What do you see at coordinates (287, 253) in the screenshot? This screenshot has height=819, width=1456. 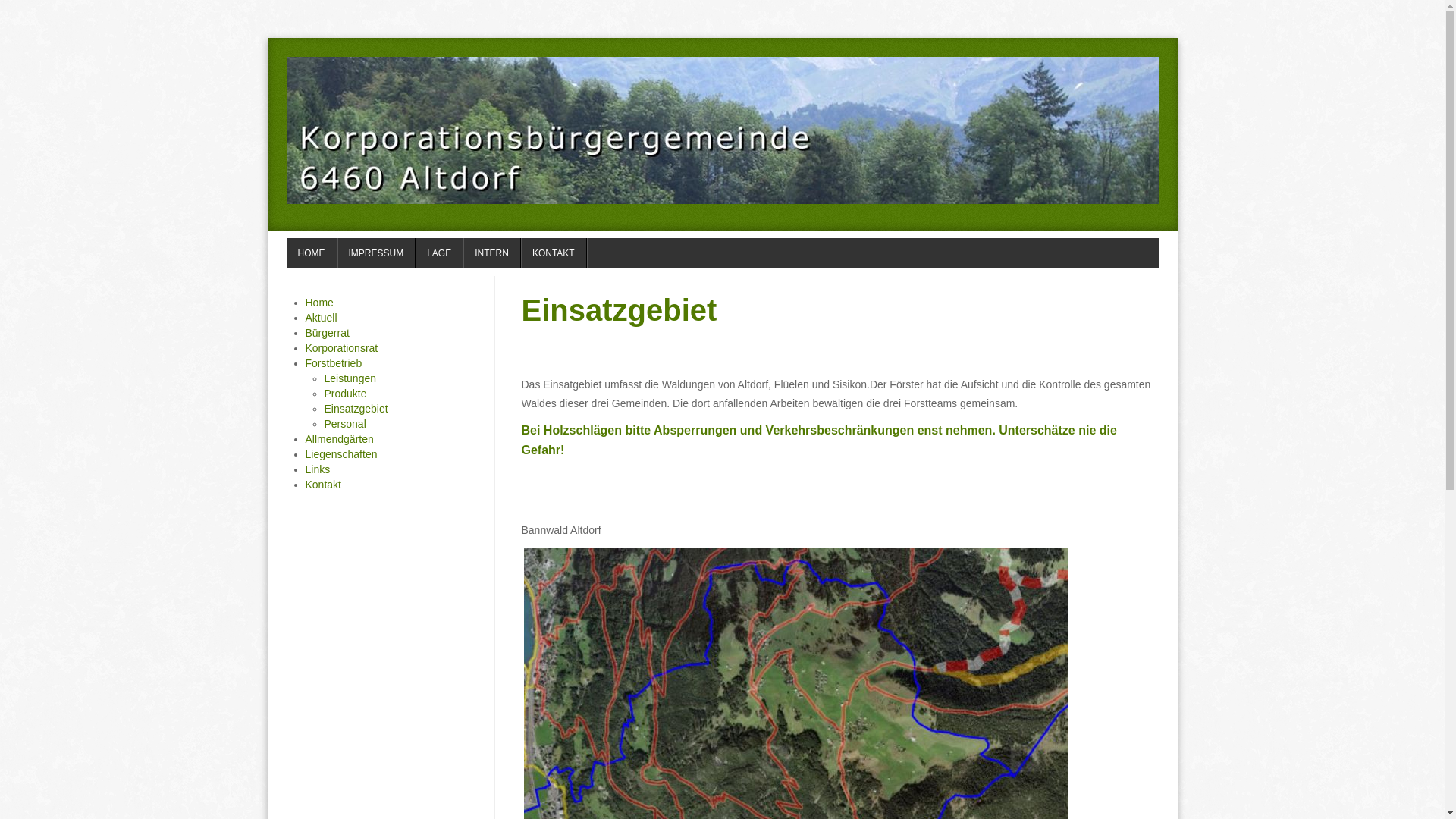 I see `'HOME'` at bounding box center [287, 253].